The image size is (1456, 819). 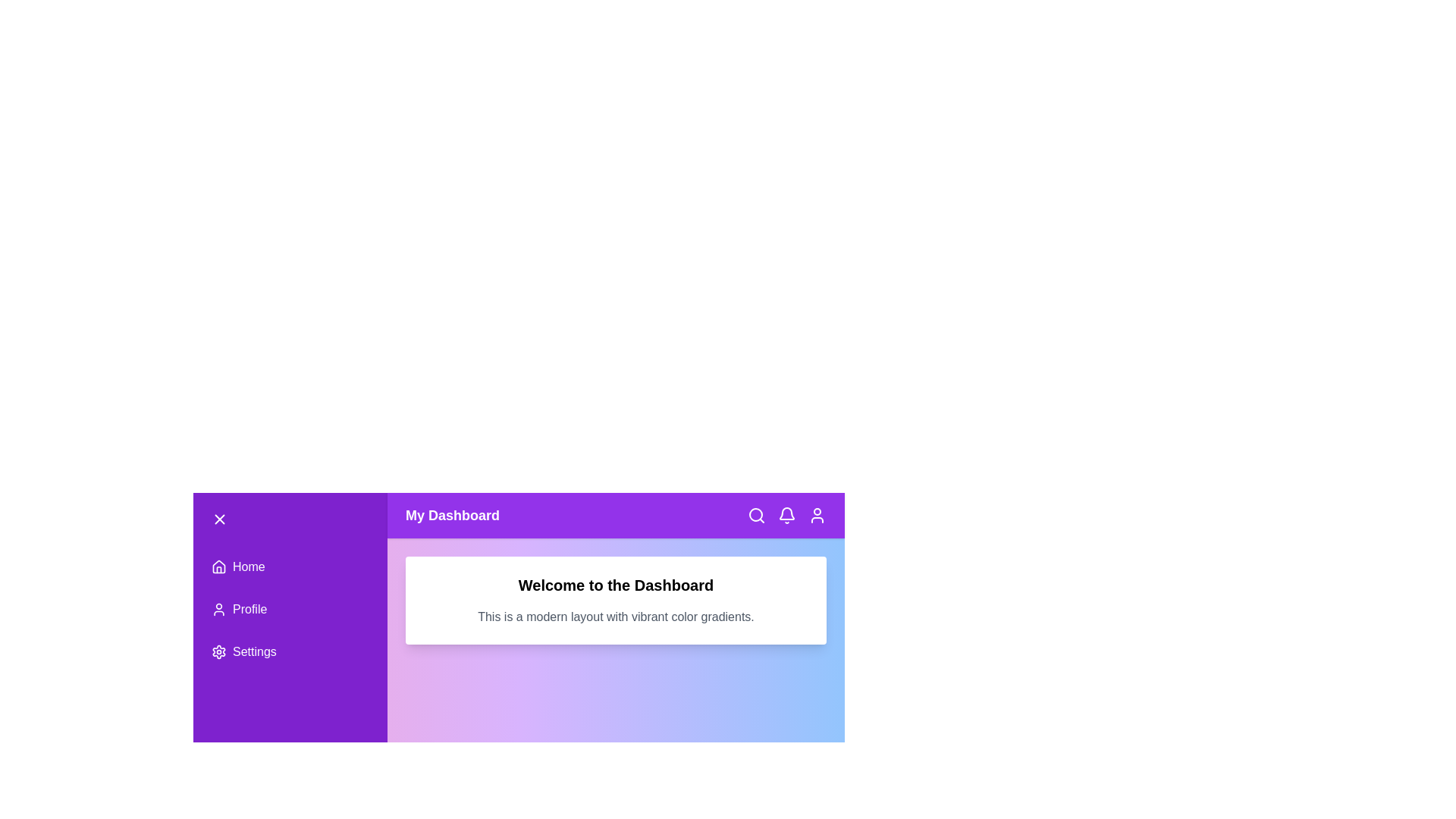 I want to click on the search icon in the app bar, so click(x=757, y=514).